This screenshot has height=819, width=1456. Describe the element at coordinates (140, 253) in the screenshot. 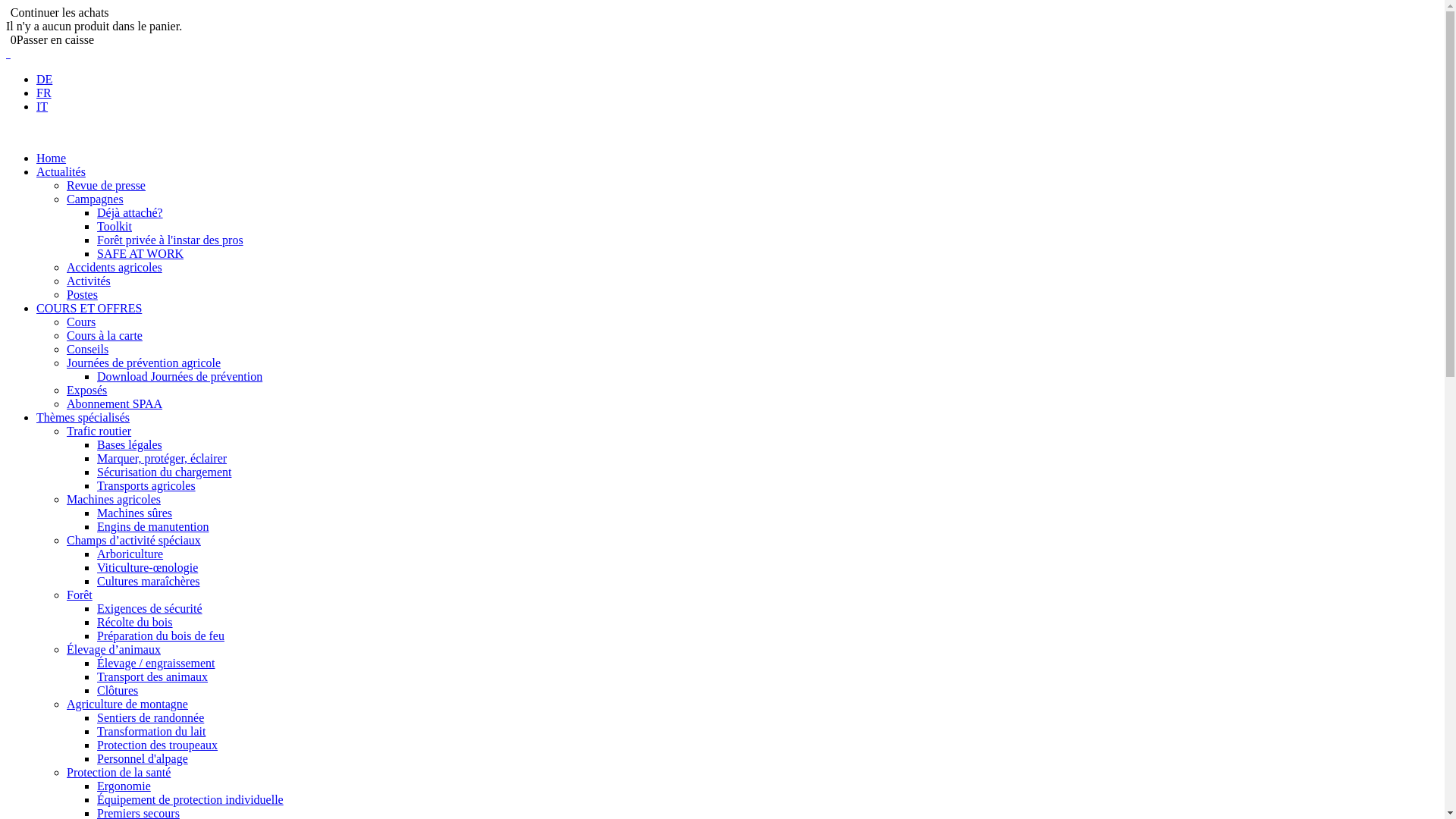

I see `'SAFE AT WORK'` at that location.